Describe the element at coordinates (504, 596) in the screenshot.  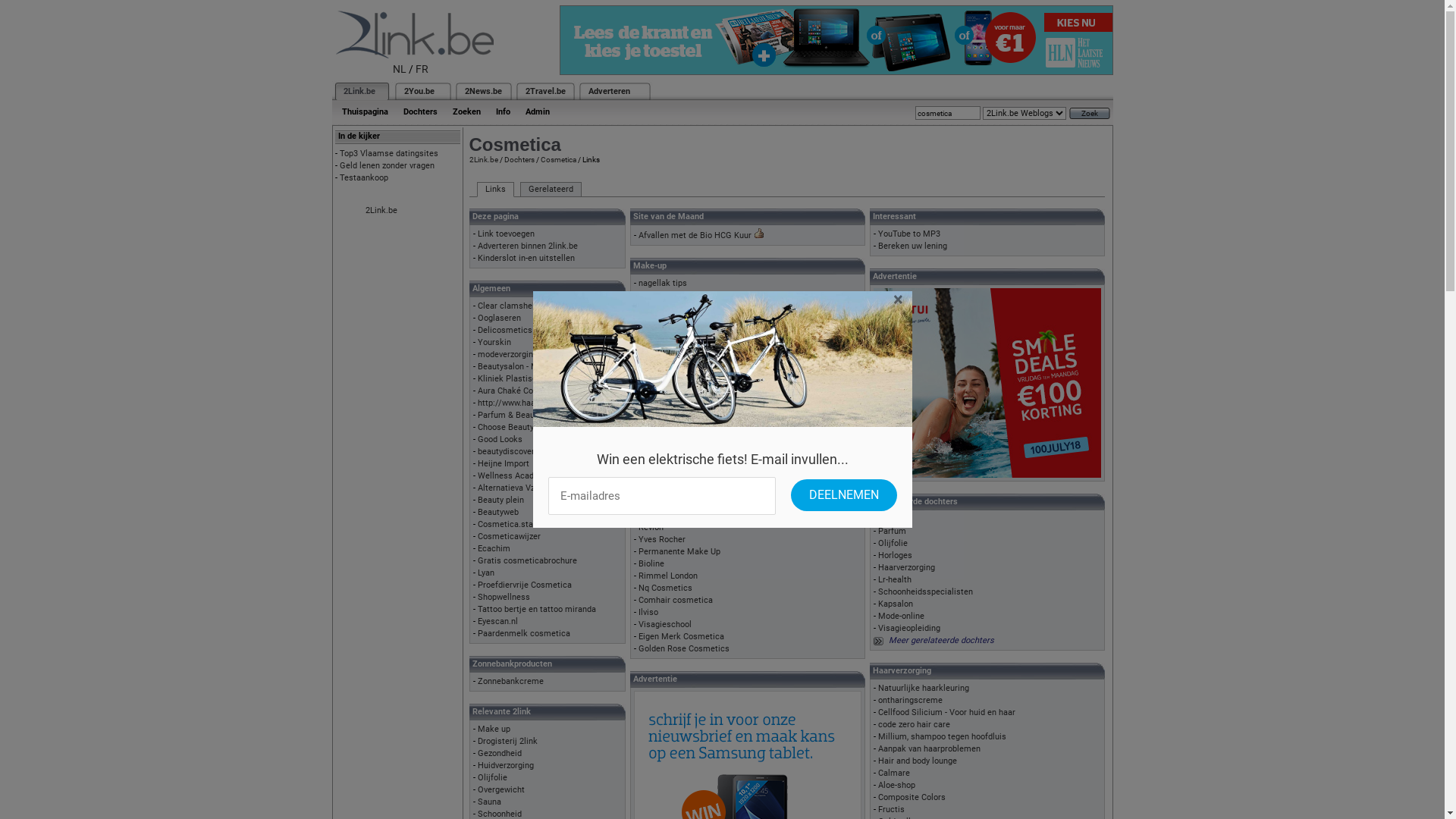
I see `'Shopwellness'` at that location.